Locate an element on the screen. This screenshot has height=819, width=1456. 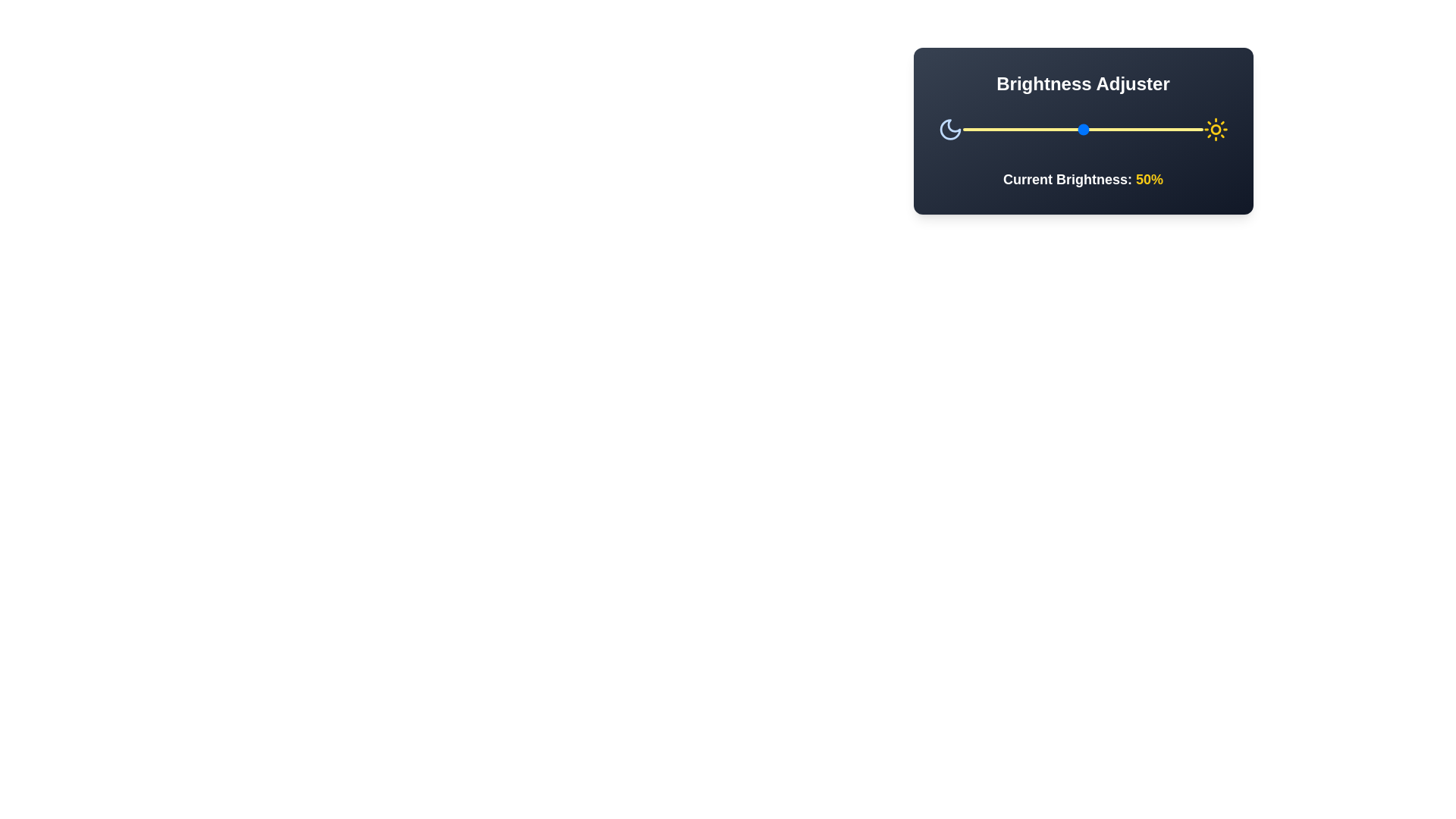
the Sun icon to adjust the brightness is located at coordinates (1216, 128).